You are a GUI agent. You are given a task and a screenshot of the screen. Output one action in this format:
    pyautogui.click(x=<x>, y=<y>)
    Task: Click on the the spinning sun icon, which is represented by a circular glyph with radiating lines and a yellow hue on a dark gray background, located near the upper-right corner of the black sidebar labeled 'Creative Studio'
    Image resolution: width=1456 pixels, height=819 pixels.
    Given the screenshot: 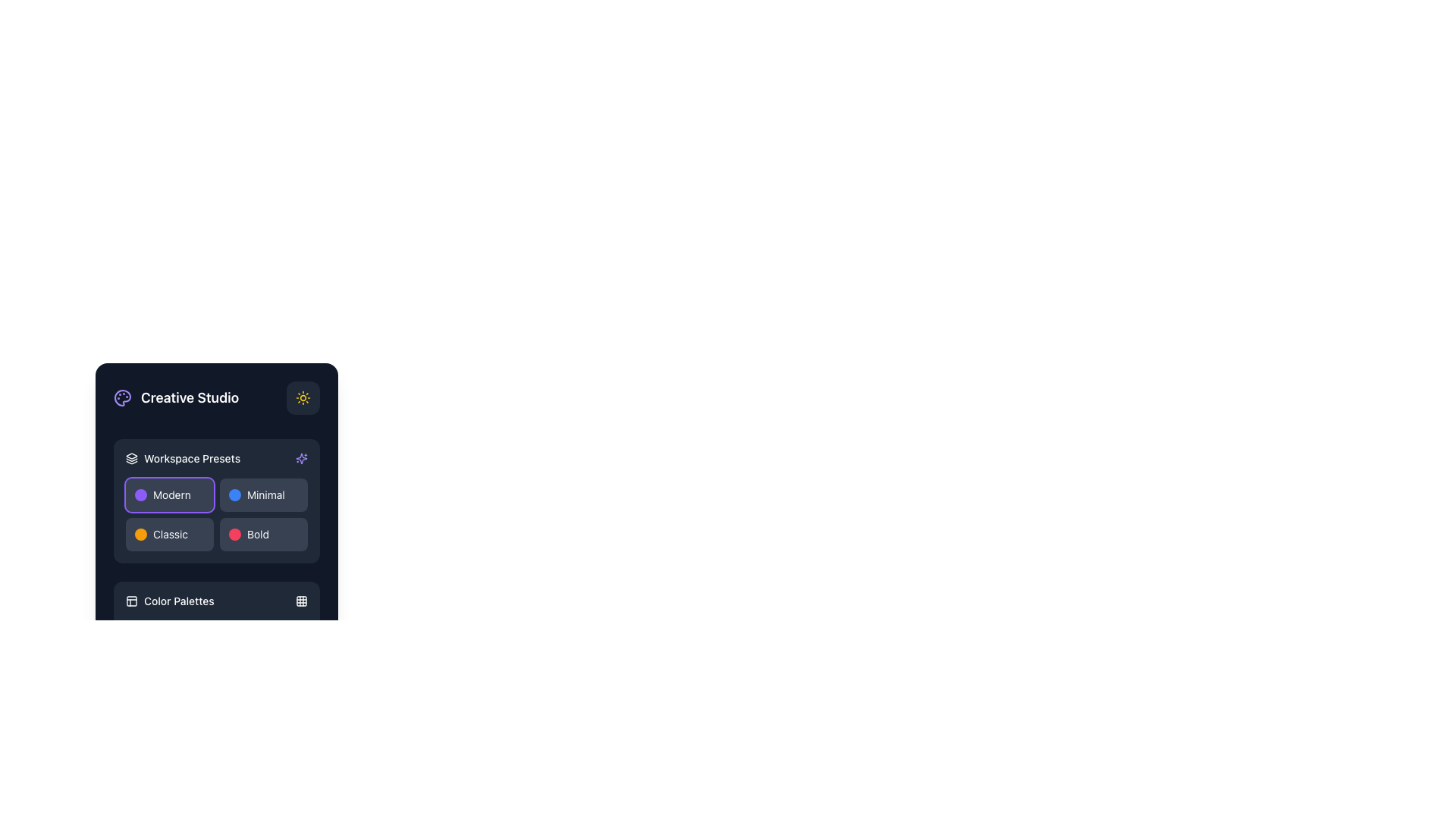 What is the action you would take?
    pyautogui.click(x=303, y=397)
    